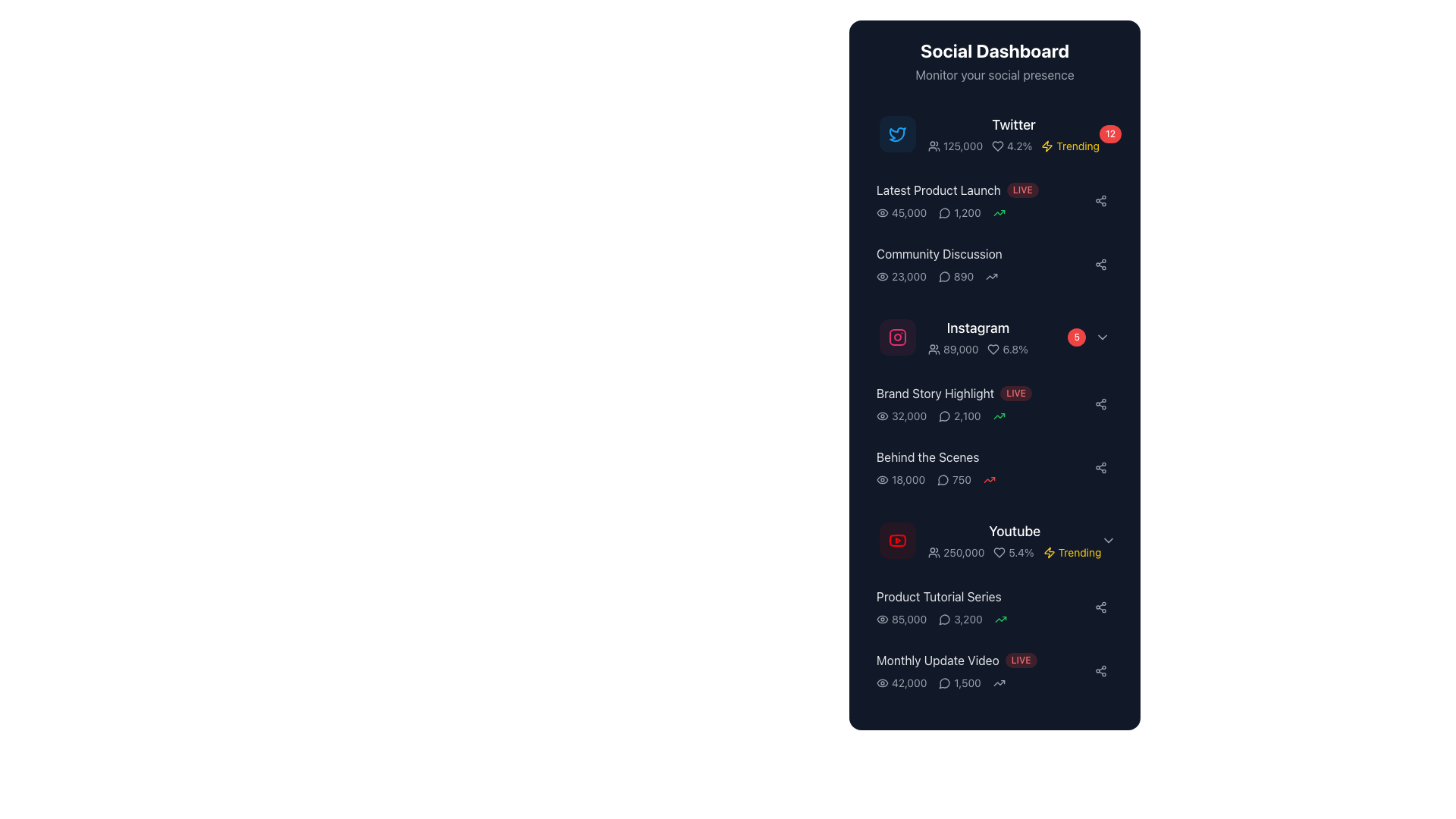 The image size is (1456, 819). What do you see at coordinates (944, 416) in the screenshot?
I see `the comment icon located to the left of the numeric text '2,100' in the 'Brand Story Highlight' section to interact with the related comments or details` at bounding box center [944, 416].